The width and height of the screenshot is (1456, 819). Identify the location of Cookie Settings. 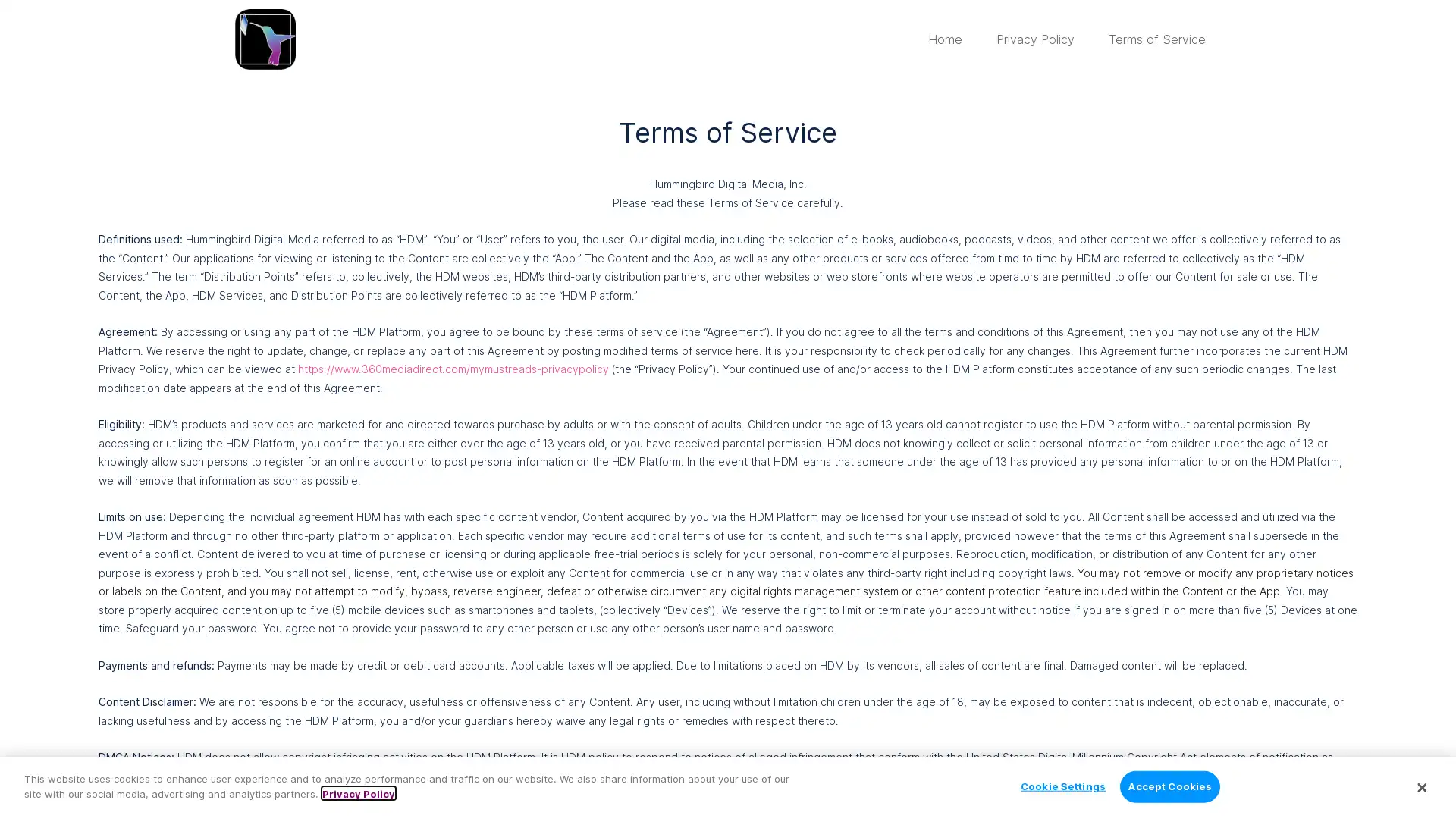
(1058, 786).